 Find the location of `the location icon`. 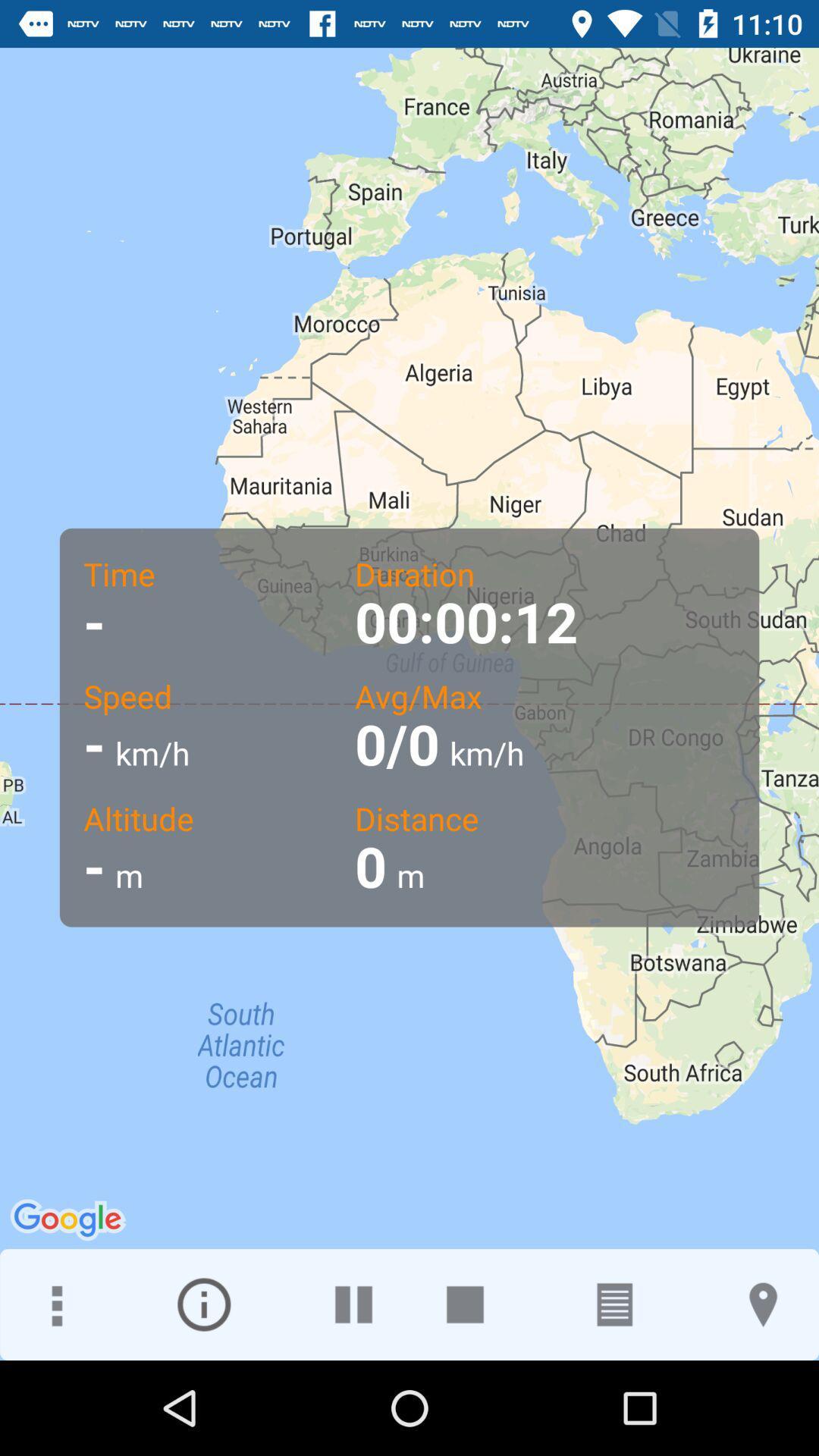

the location icon is located at coordinates (763, 1304).